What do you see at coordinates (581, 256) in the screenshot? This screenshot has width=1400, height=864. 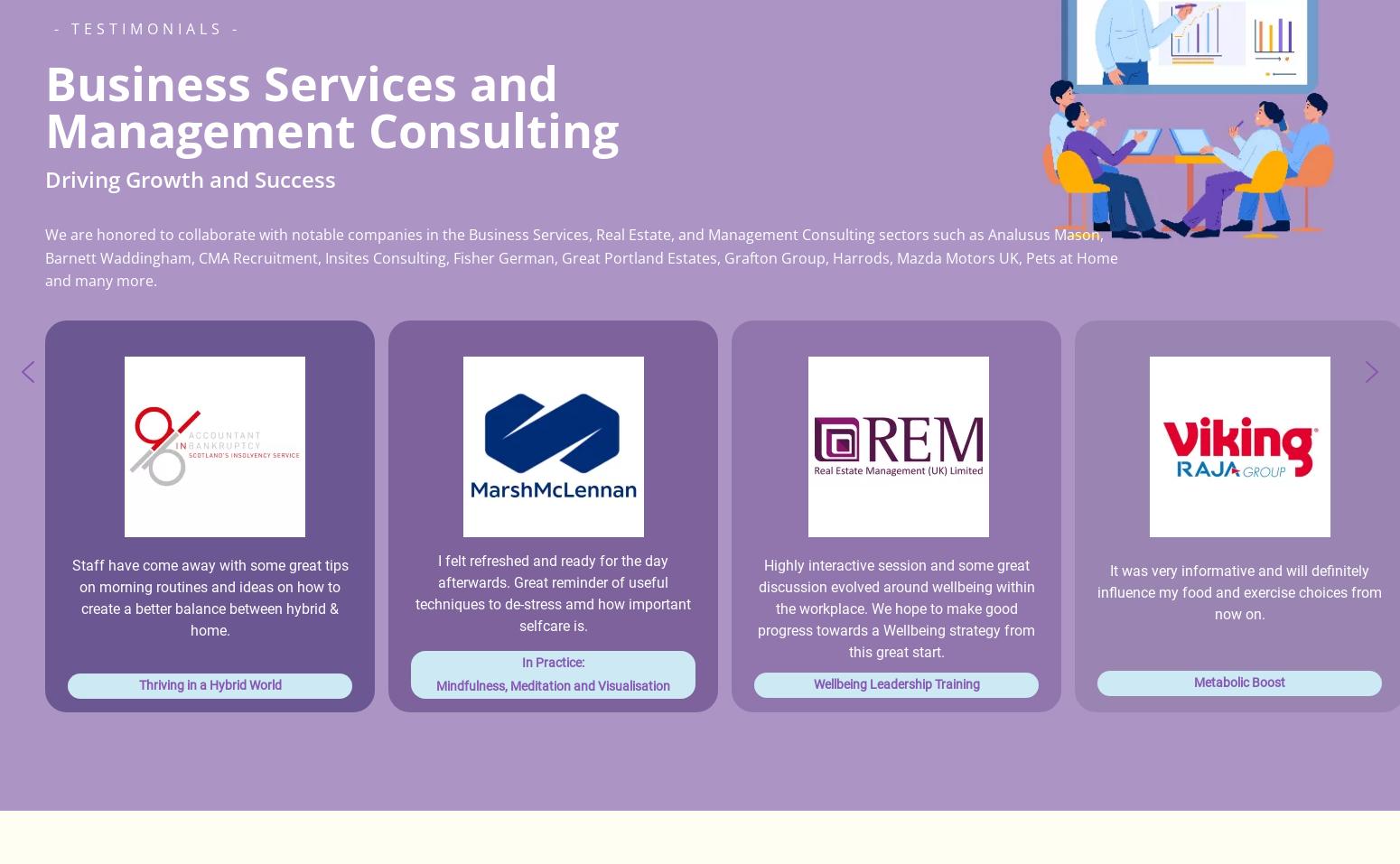 I see `'We are honored to collaborate with notable companies in the Business Services, Real Estate, and Management Consulting sectors such as Analusus Mason, Barnett Waddingham, CMA Recruitment, Insites Consulting, Fisher German, Great Portland Estates, Grafton Group, Harrods, Mazda Motors UK, Pets at Home and many more.'` at bounding box center [581, 256].